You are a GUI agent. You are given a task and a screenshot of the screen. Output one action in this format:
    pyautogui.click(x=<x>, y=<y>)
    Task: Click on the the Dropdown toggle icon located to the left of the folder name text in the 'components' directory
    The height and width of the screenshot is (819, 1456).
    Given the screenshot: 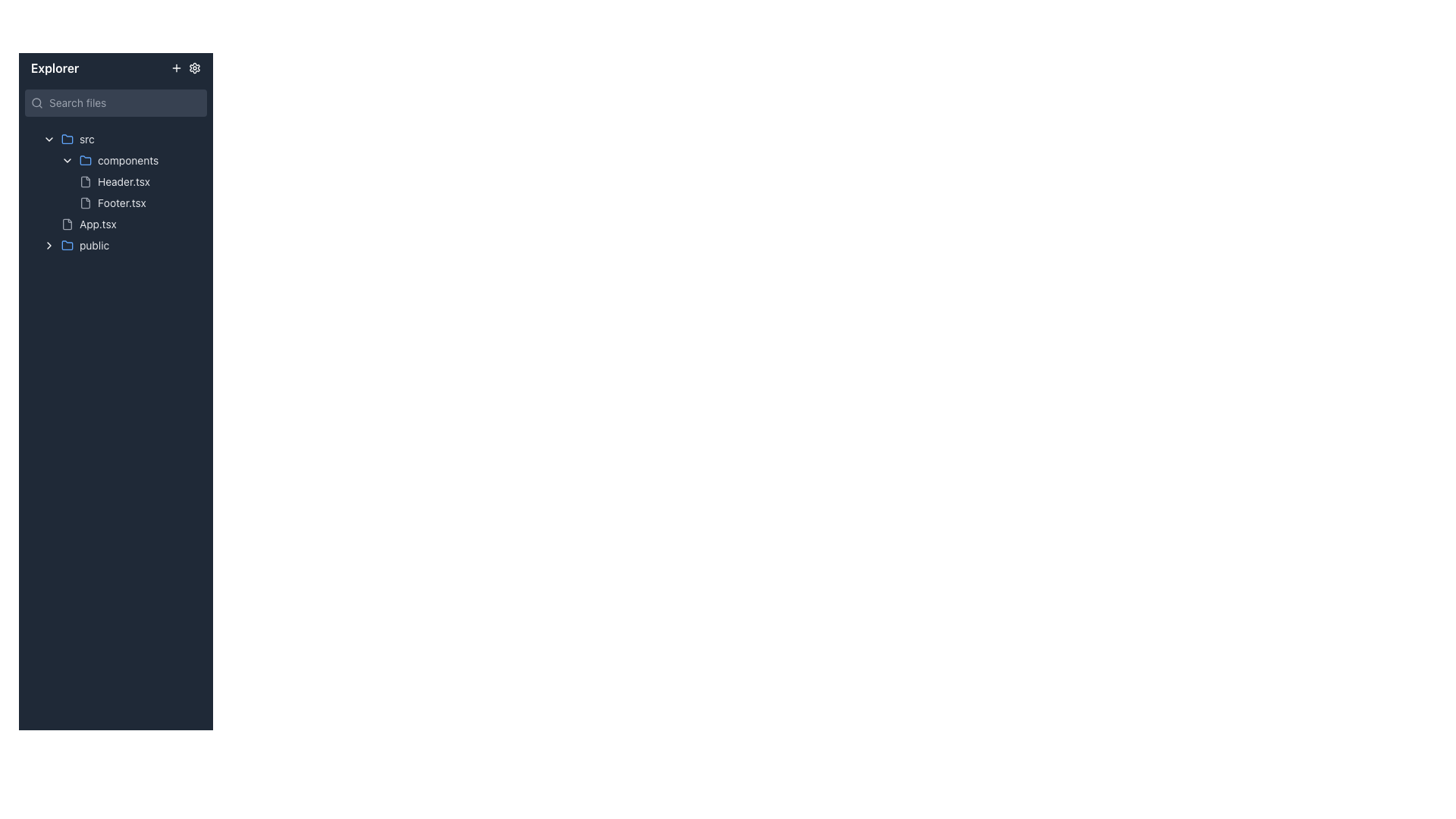 What is the action you would take?
    pyautogui.click(x=67, y=161)
    